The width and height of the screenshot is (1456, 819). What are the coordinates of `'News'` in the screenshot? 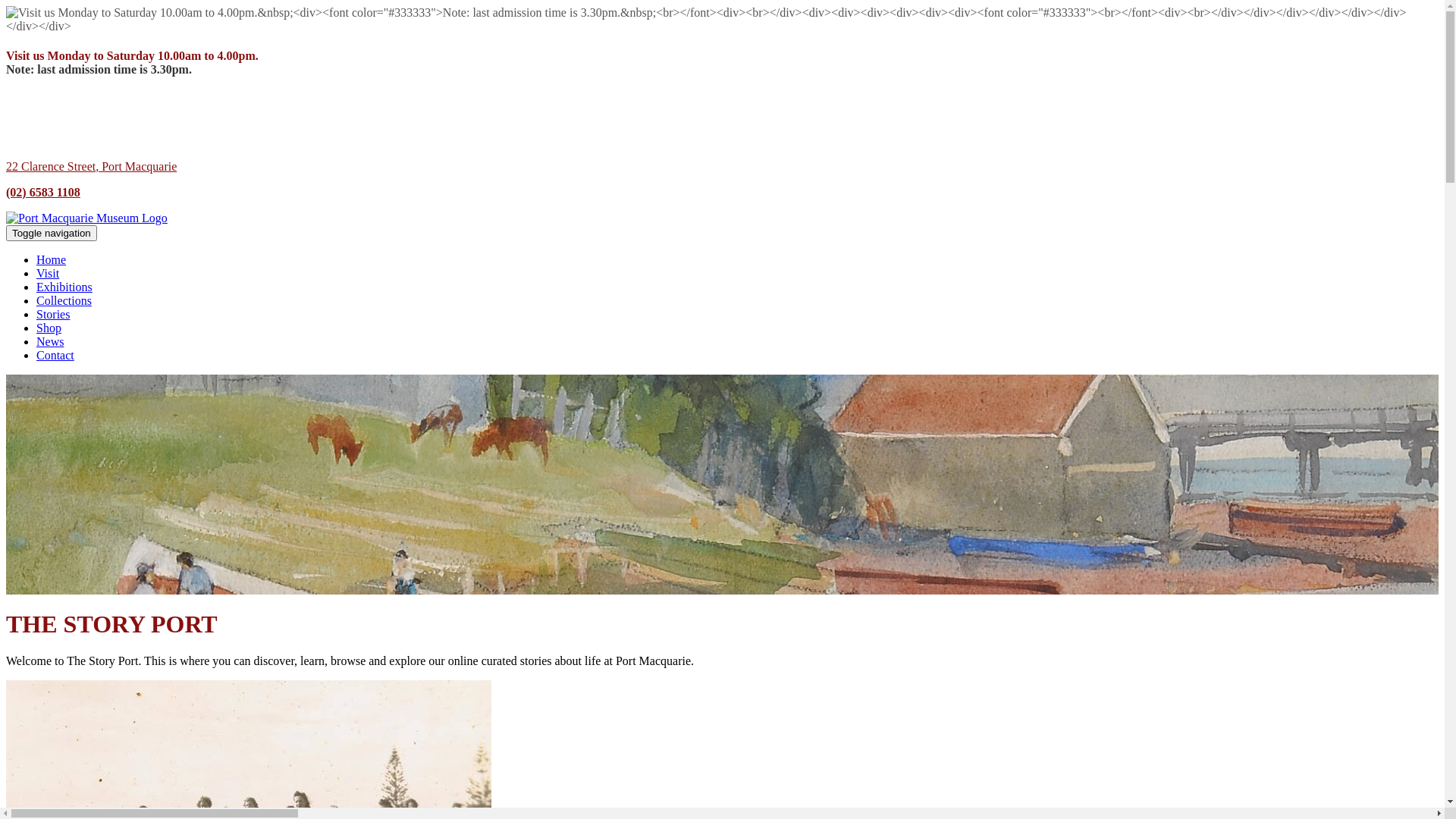 It's located at (50, 341).